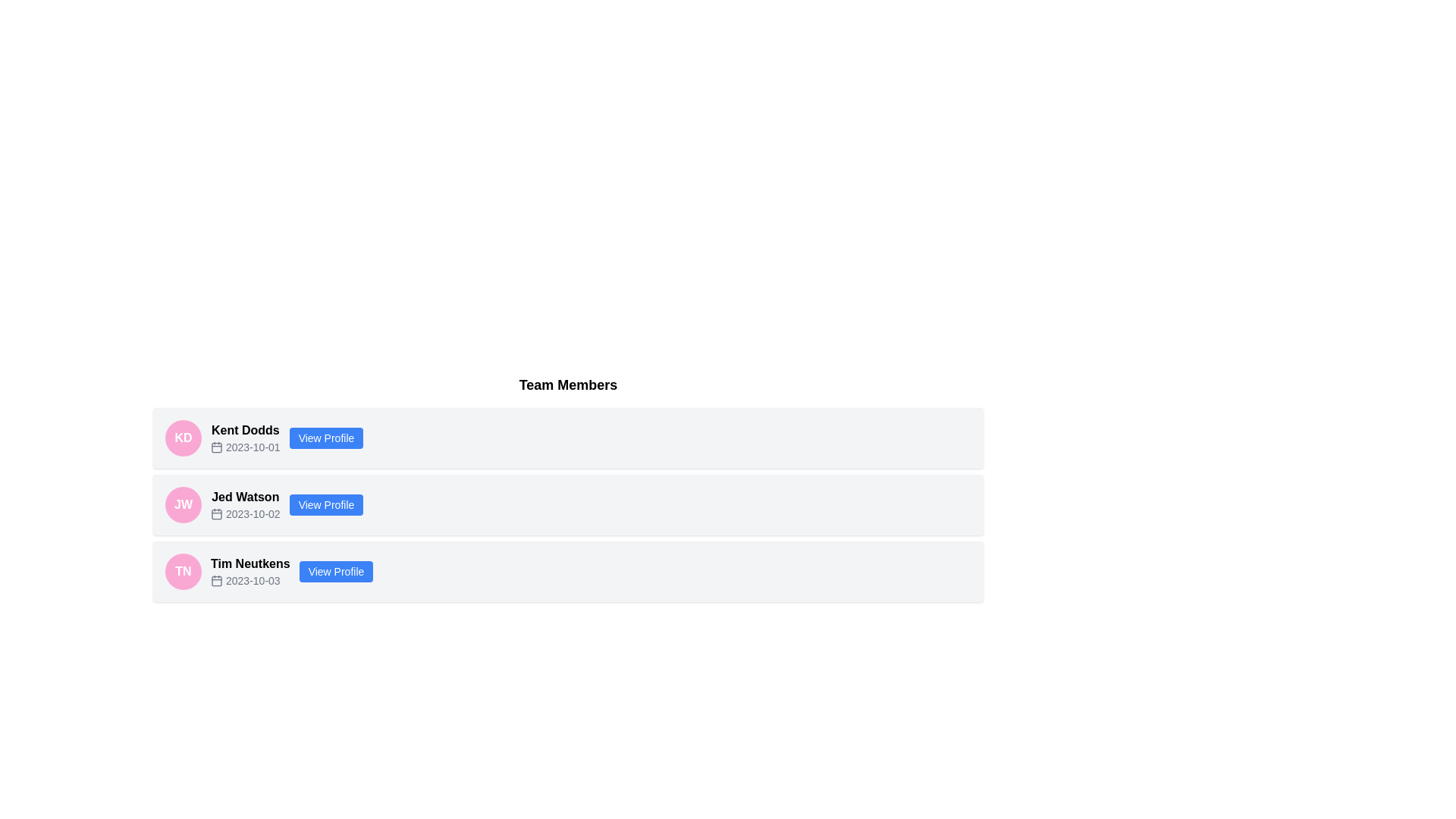 This screenshot has height=819, width=1456. What do you see at coordinates (253, 580) in the screenshot?
I see `the date display element associated with 'Tim Neutkens' in the 'Team Members' list, which is positioned to the right of the calendar icon` at bounding box center [253, 580].